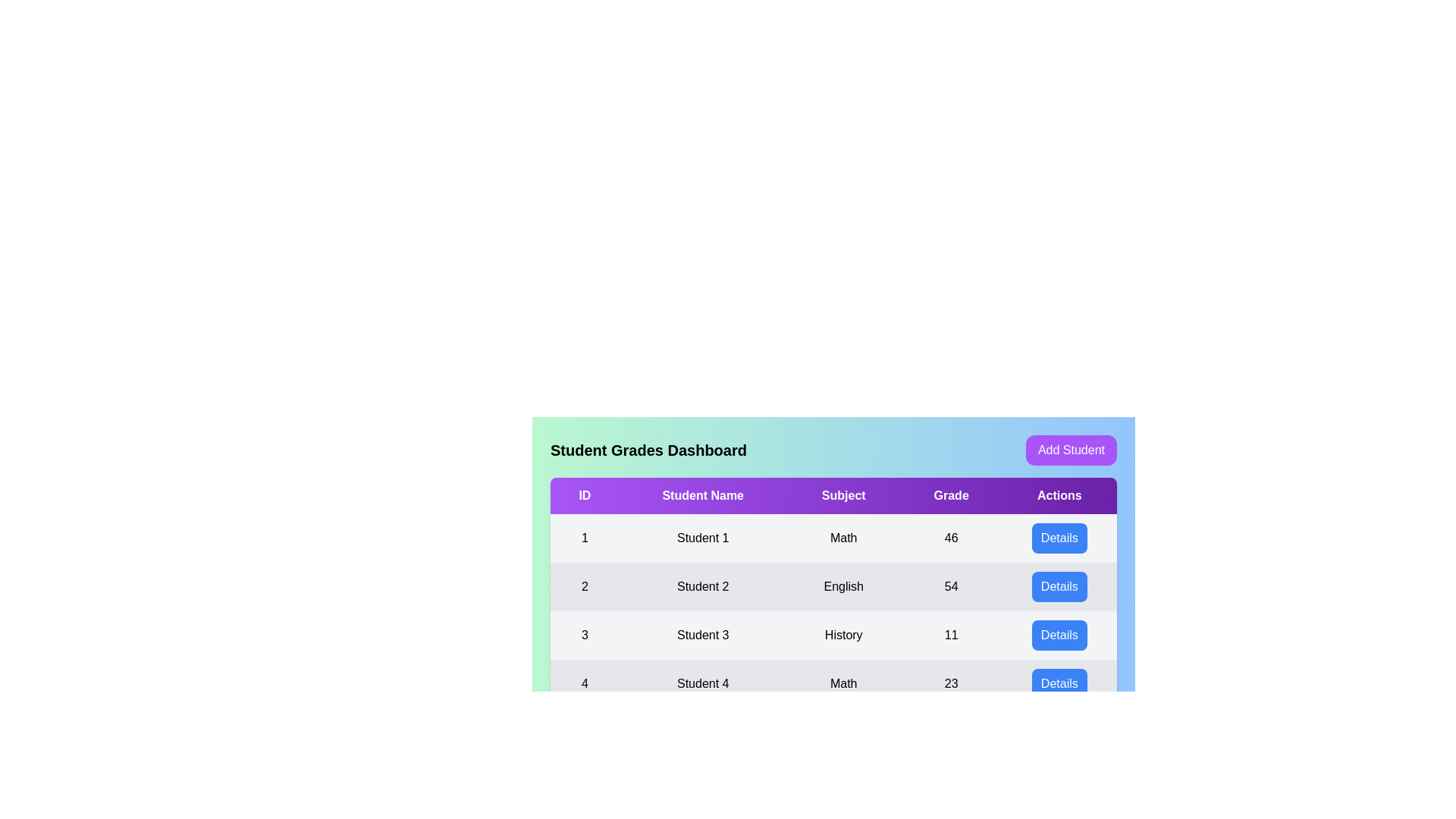 This screenshot has width=1456, height=819. I want to click on the 'Add Student' button, so click(1070, 450).